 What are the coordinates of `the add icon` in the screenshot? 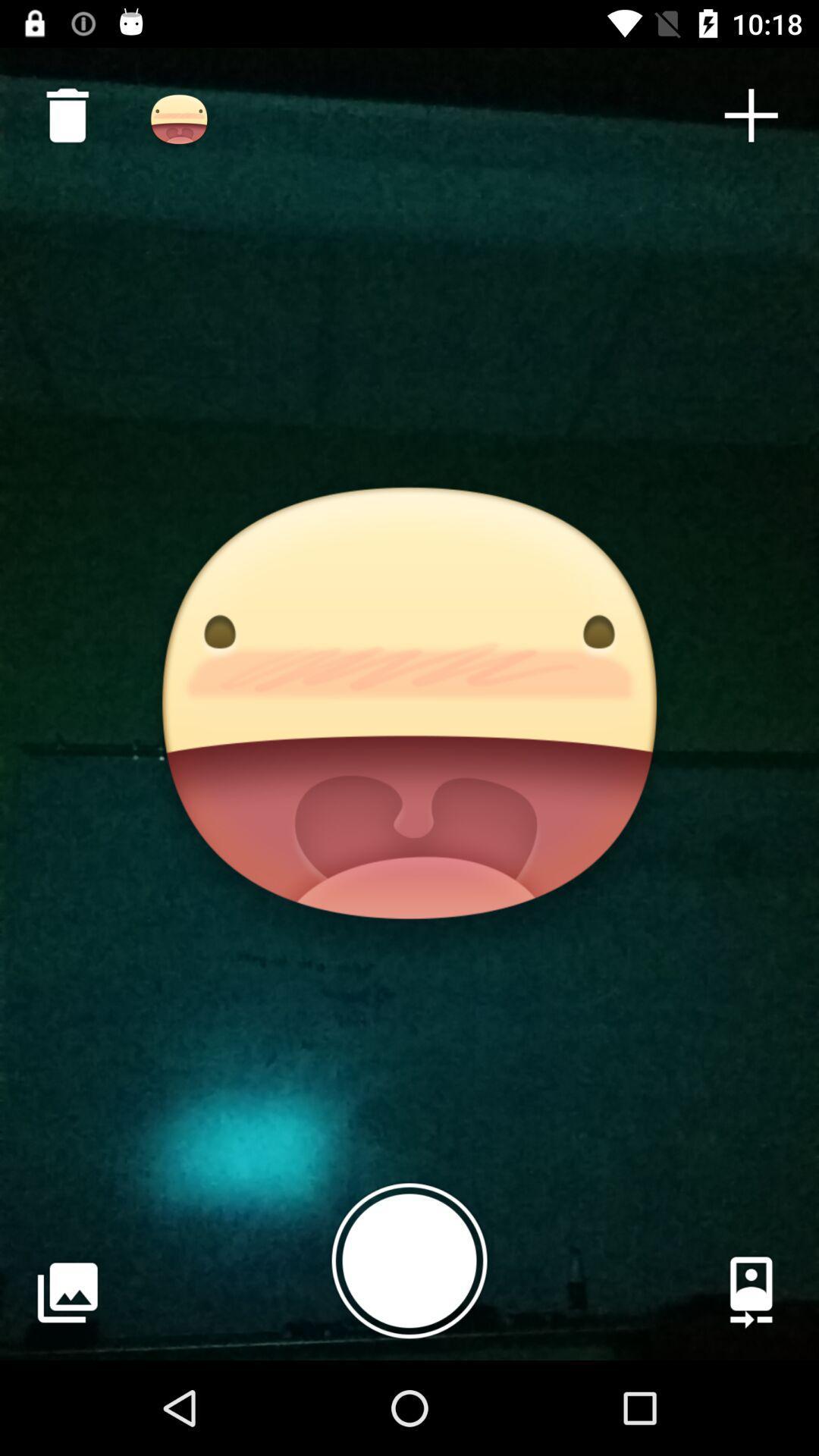 It's located at (751, 115).